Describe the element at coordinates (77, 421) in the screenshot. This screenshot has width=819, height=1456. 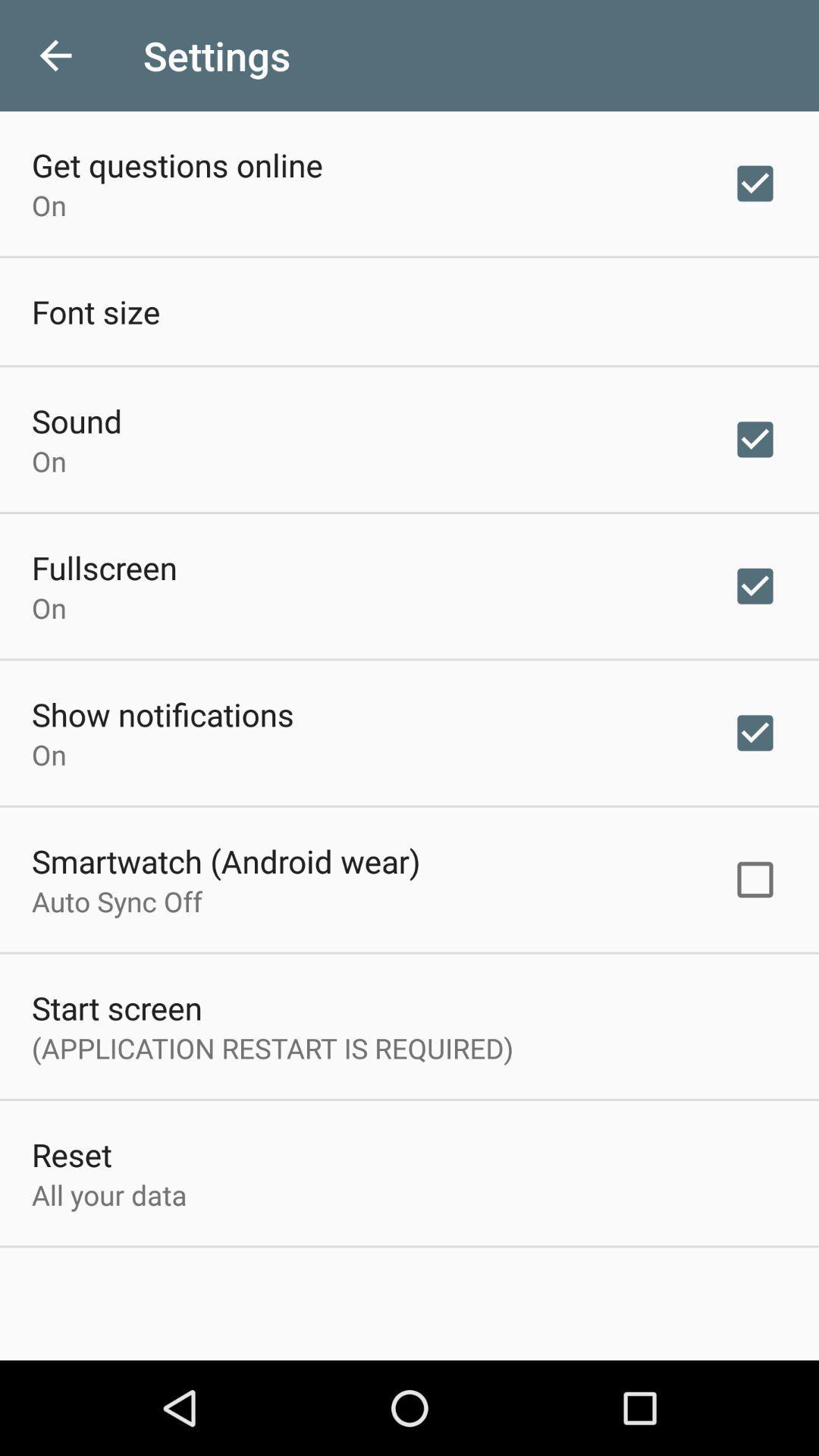
I see `the item below the font size` at that location.